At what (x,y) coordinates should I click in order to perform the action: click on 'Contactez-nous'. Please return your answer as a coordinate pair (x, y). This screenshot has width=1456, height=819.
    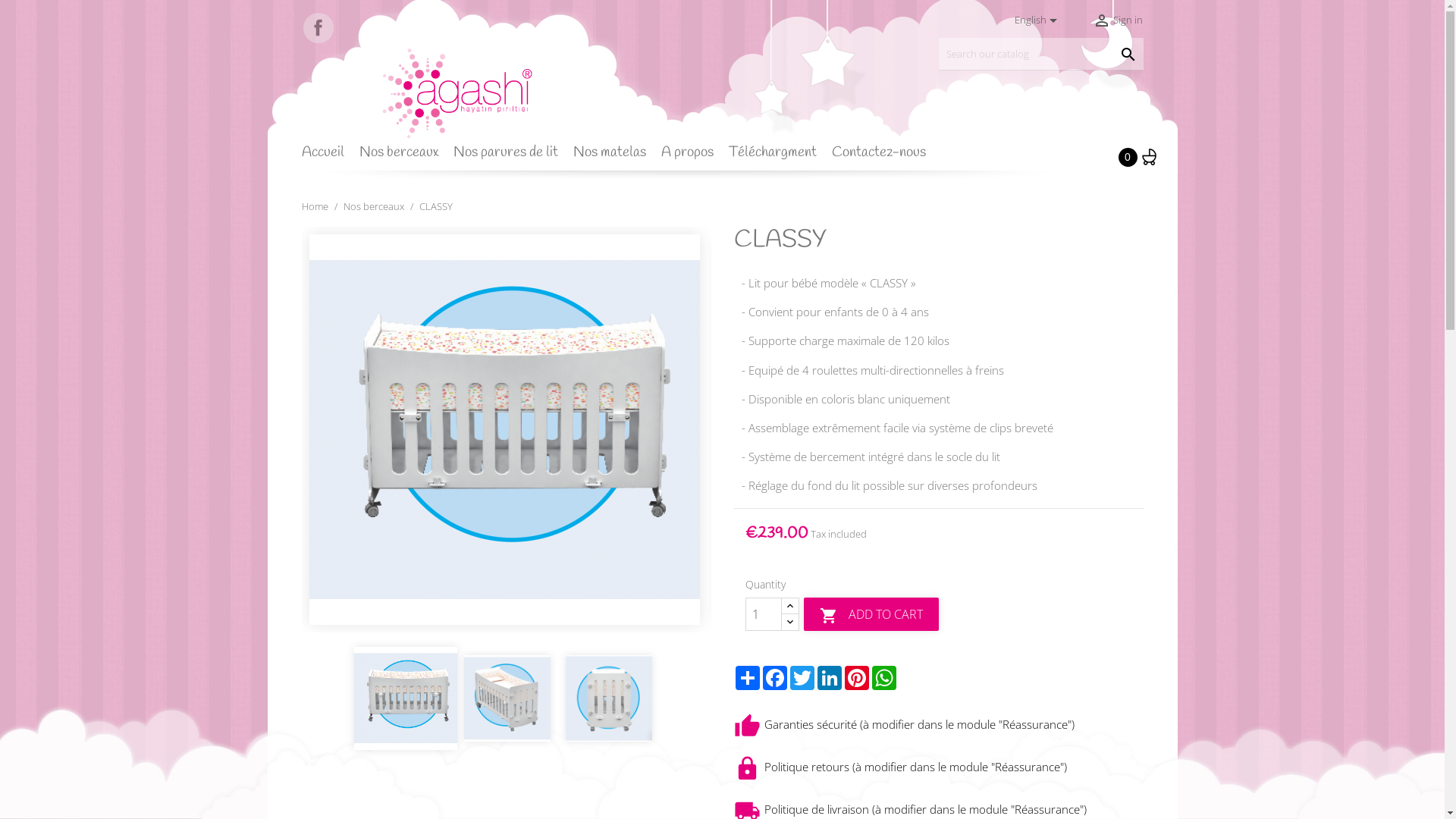
    Looking at the image, I should click on (883, 158).